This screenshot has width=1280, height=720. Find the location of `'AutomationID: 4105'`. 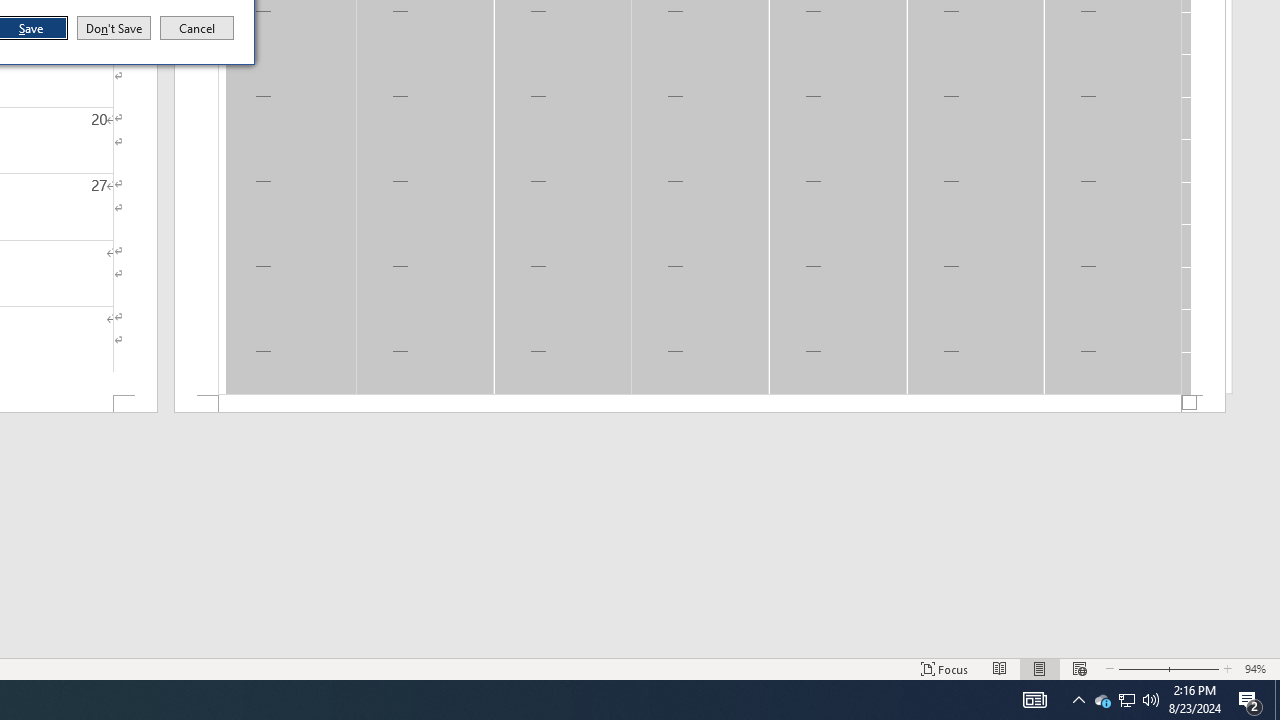

'AutomationID: 4105' is located at coordinates (1034, 698).